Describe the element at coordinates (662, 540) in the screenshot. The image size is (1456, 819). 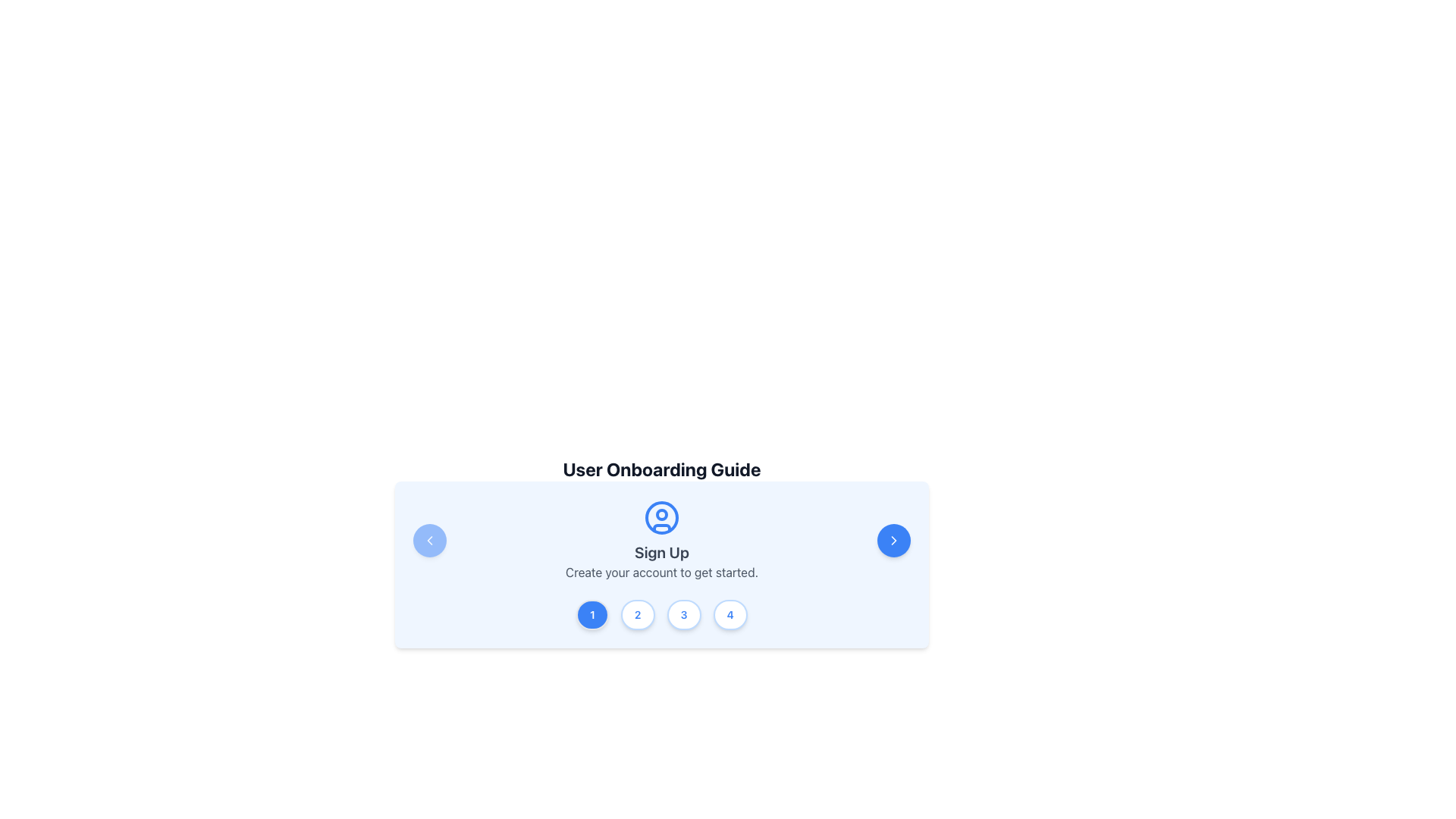
I see `text from the Header Section, which is centrally located in the onboarding process introduction, encouraging users to sign up and navigate forward or backward` at that location.